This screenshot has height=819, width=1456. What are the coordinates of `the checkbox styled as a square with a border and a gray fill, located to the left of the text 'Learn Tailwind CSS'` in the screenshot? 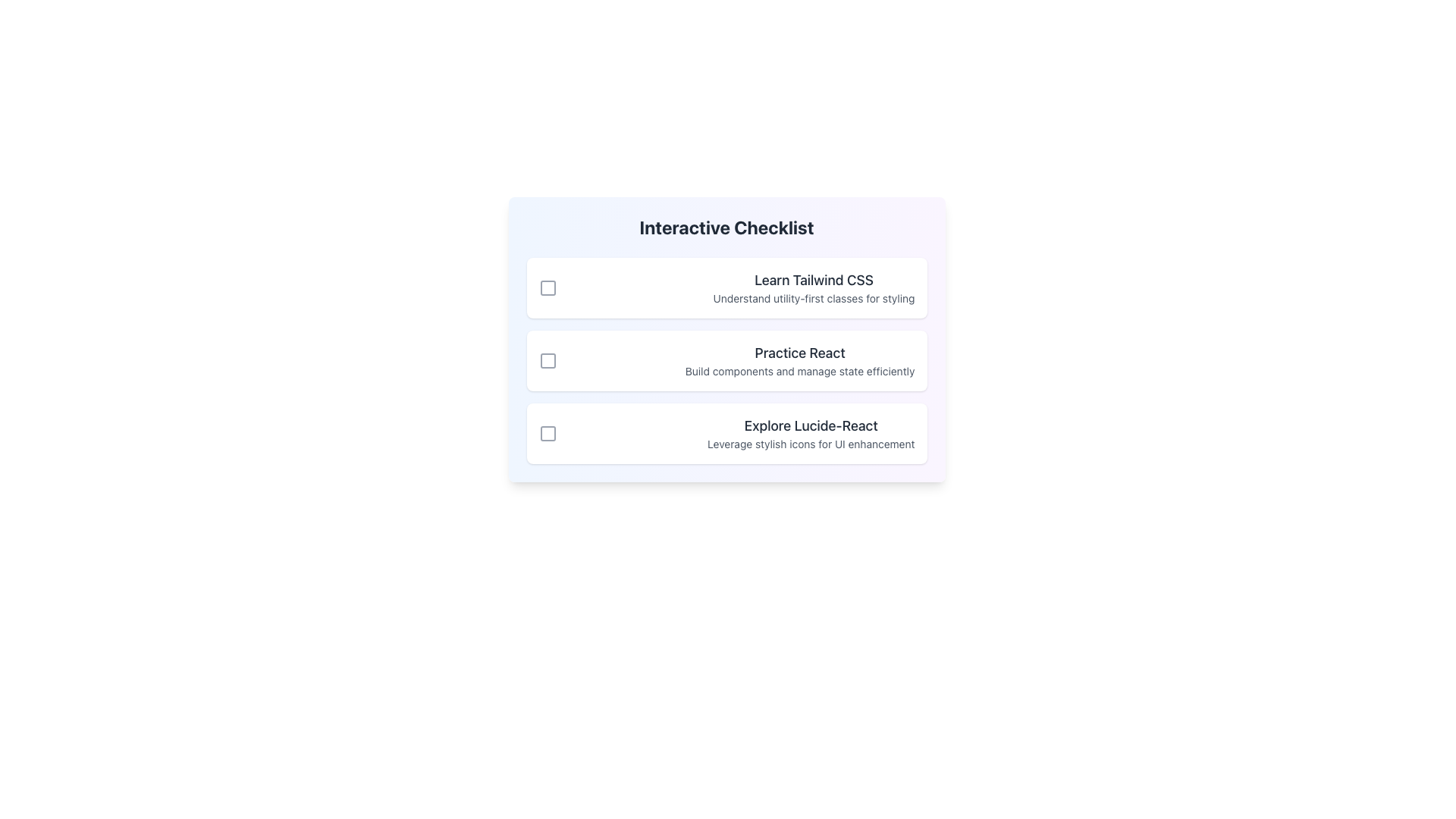 It's located at (547, 288).